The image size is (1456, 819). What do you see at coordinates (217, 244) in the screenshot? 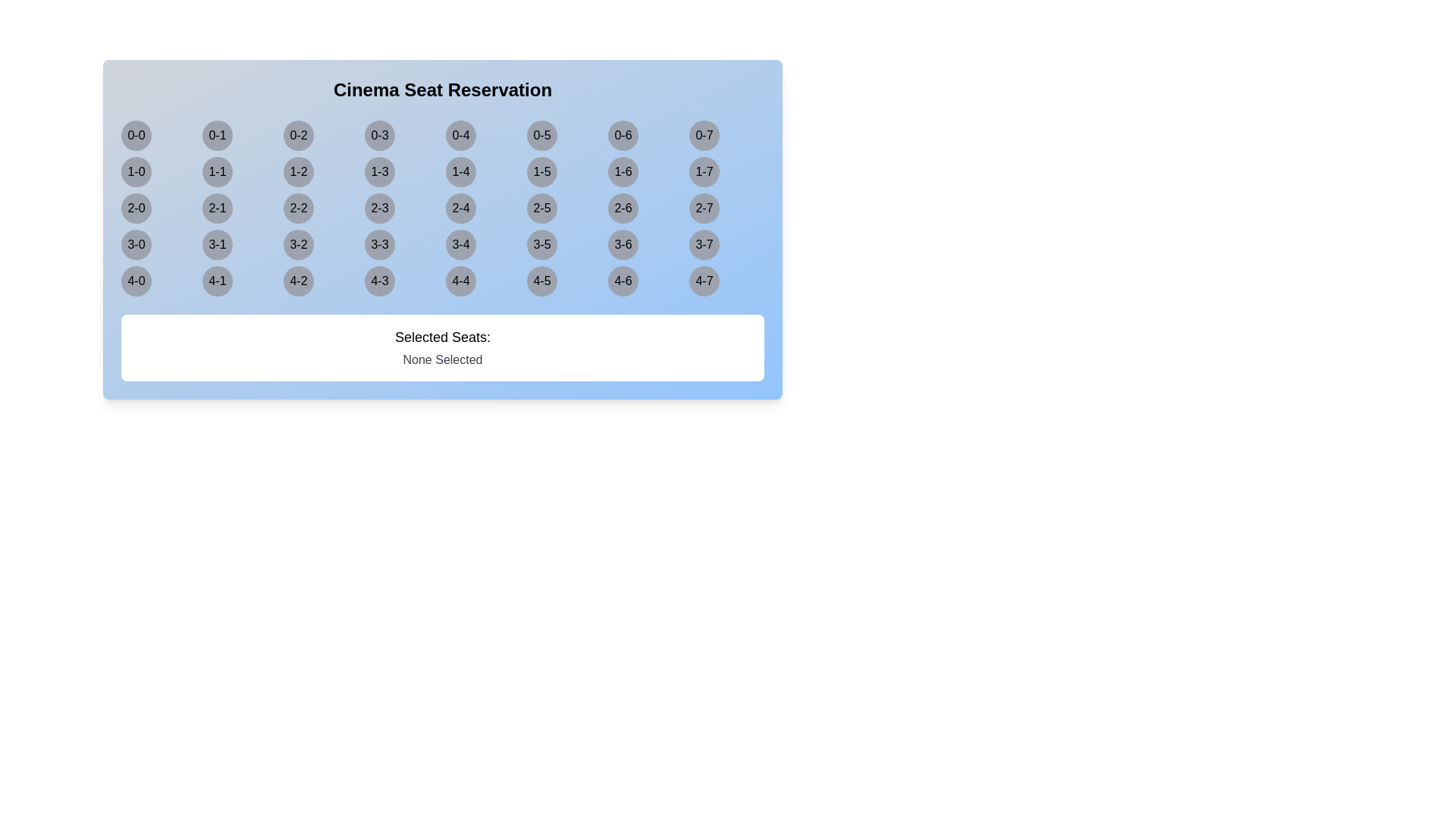
I see `the selectable seat button located in the second column of the fourth row in the cinema seat reservation interface` at bounding box center [217, 244].